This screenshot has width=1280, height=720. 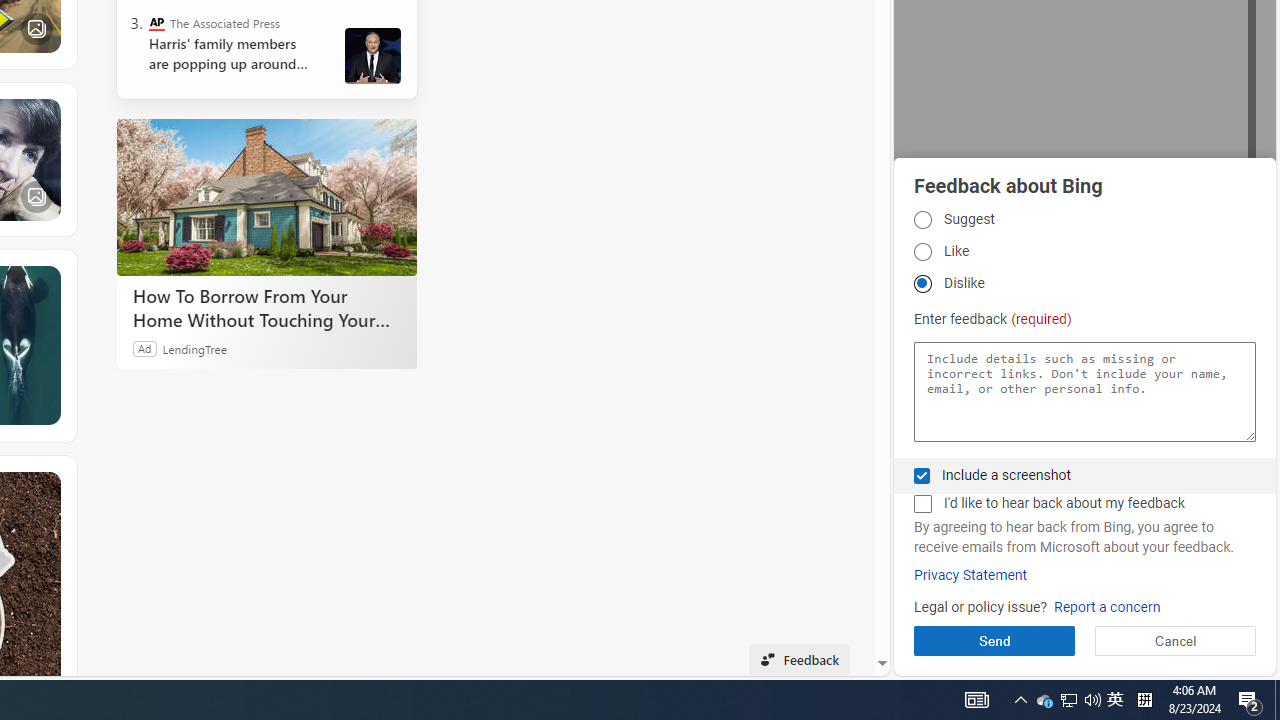 I want to click on 'Suggest Suggest', so click(x=921, y=219).